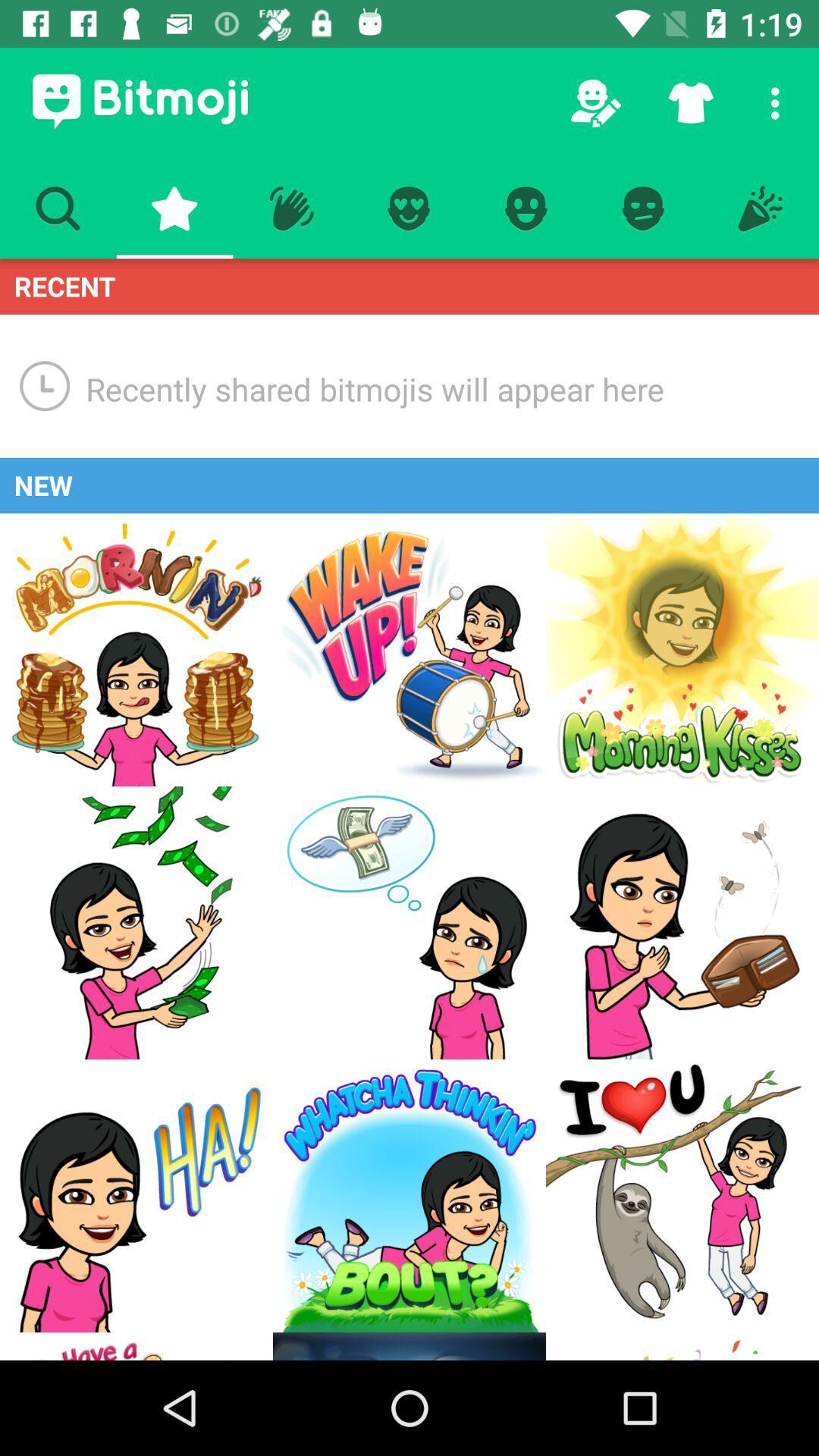 This screenshot has height=1456, width=819. Describe the element at coordinates (409, 922) in the screenshot. I see `see image` at that location.